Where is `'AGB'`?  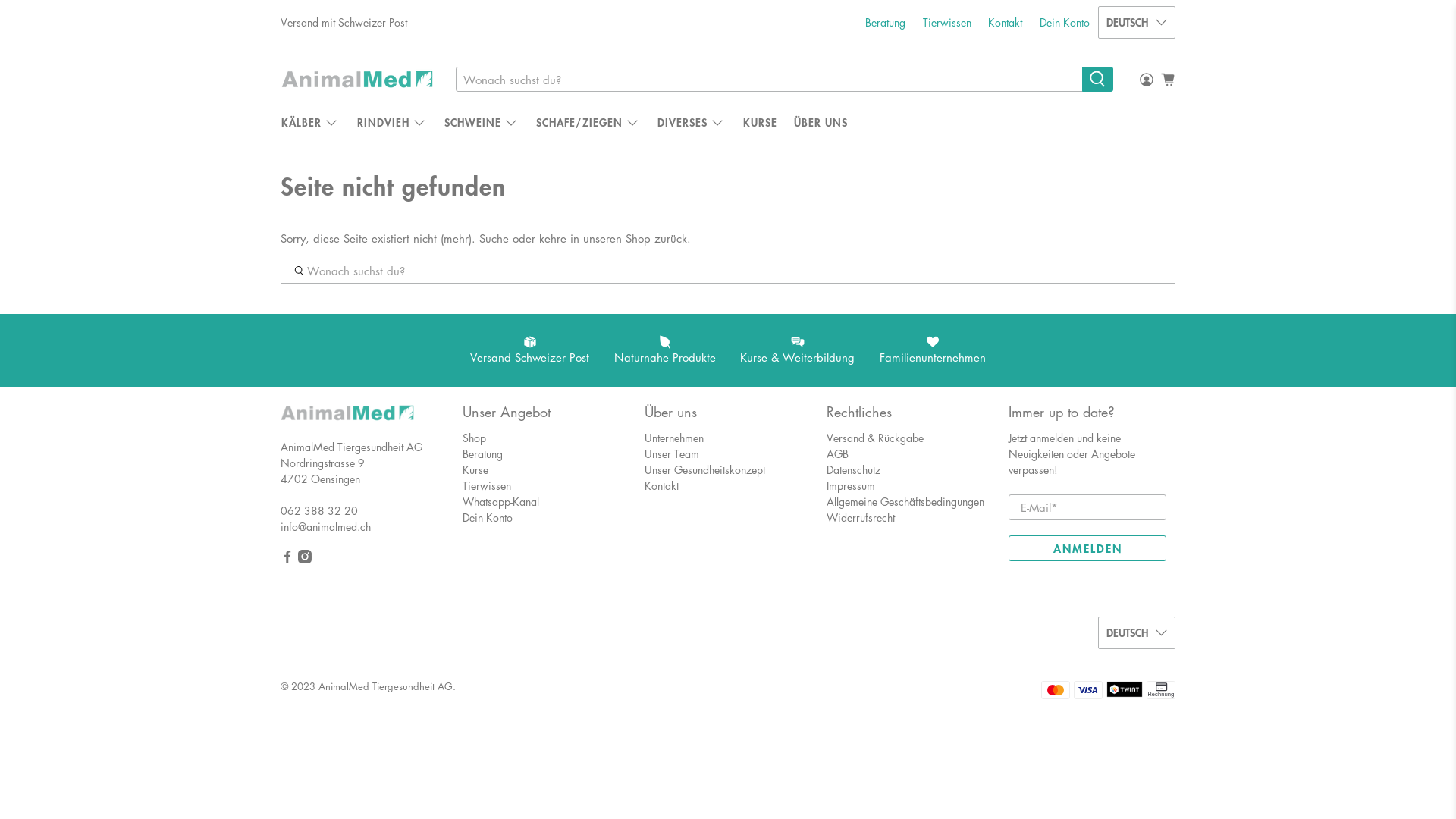 'AGB' is located at coordinates (836, 452).